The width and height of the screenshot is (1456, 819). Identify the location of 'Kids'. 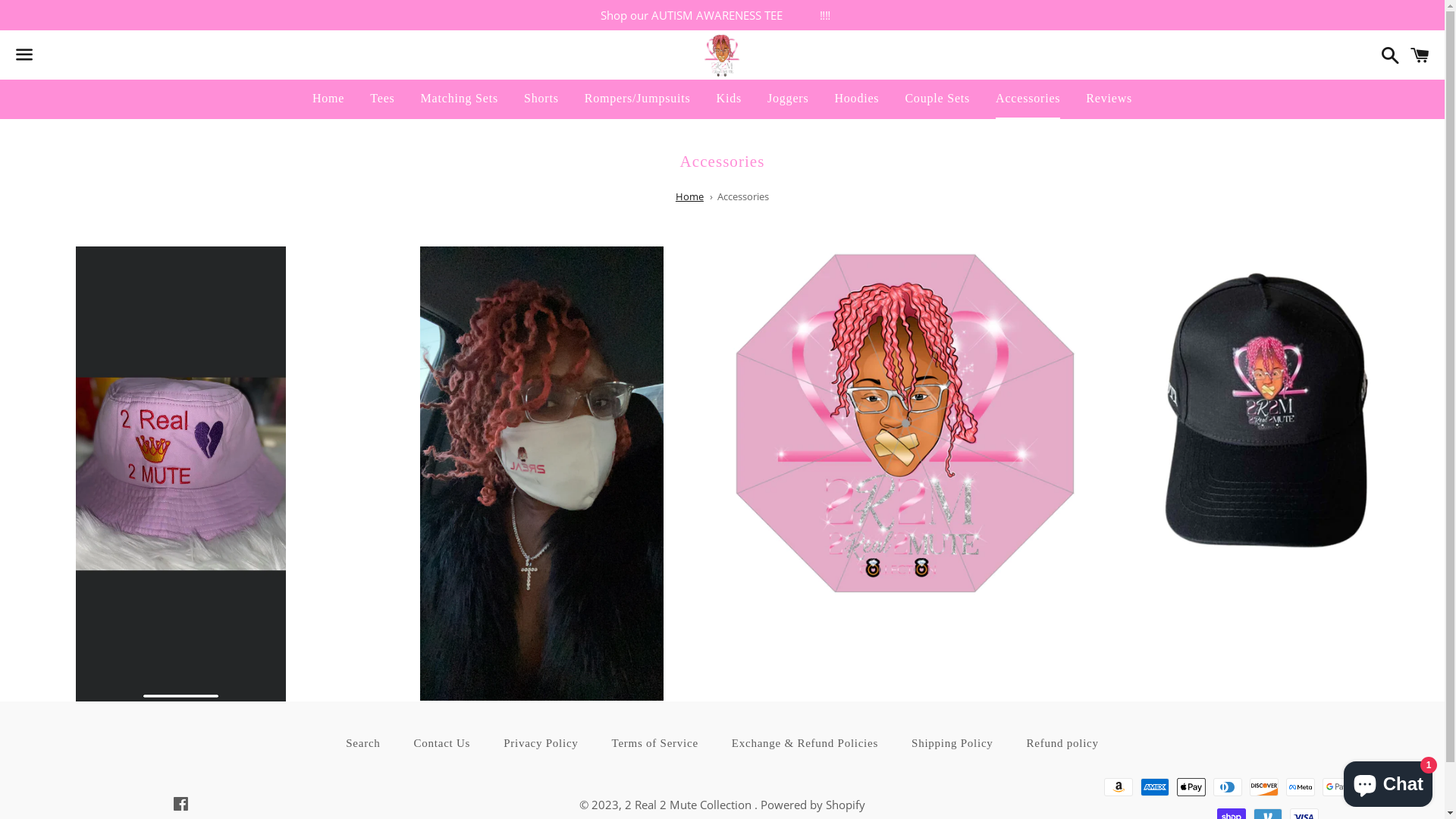
(729, 99).